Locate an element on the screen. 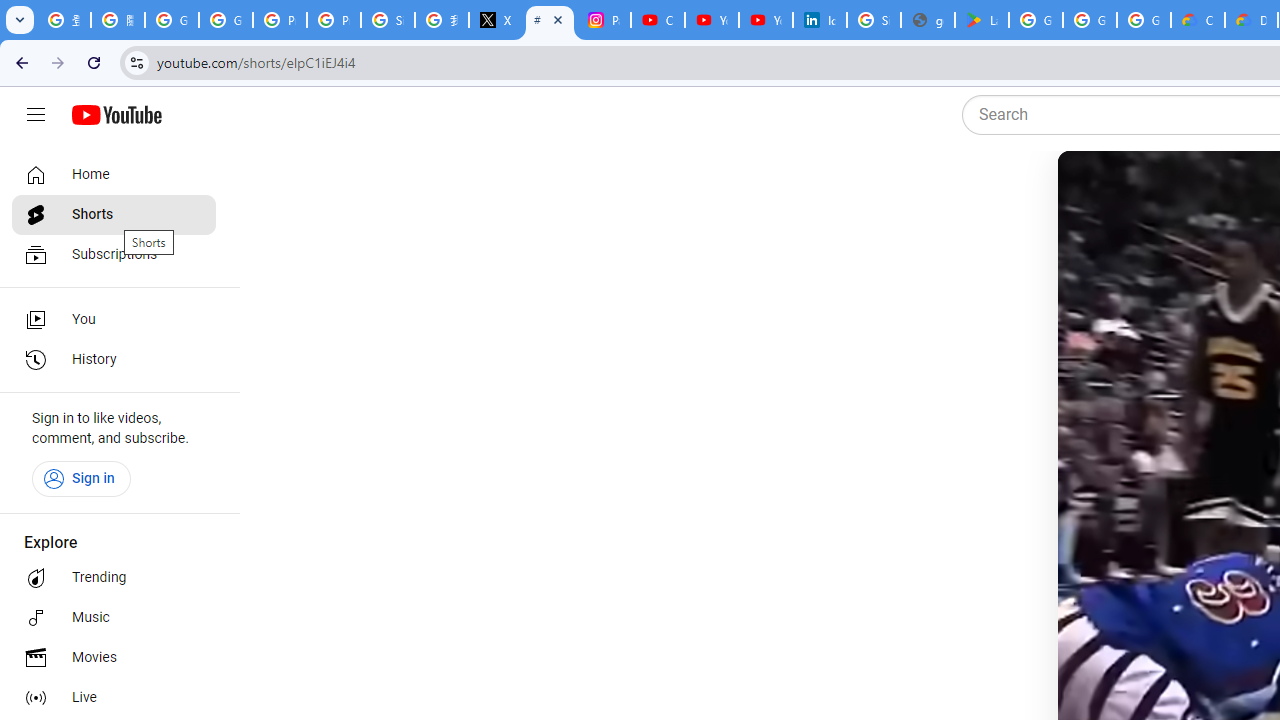  'Last Shelter: Survival - Apps on Google Play' is located at coordinates (981, 20).